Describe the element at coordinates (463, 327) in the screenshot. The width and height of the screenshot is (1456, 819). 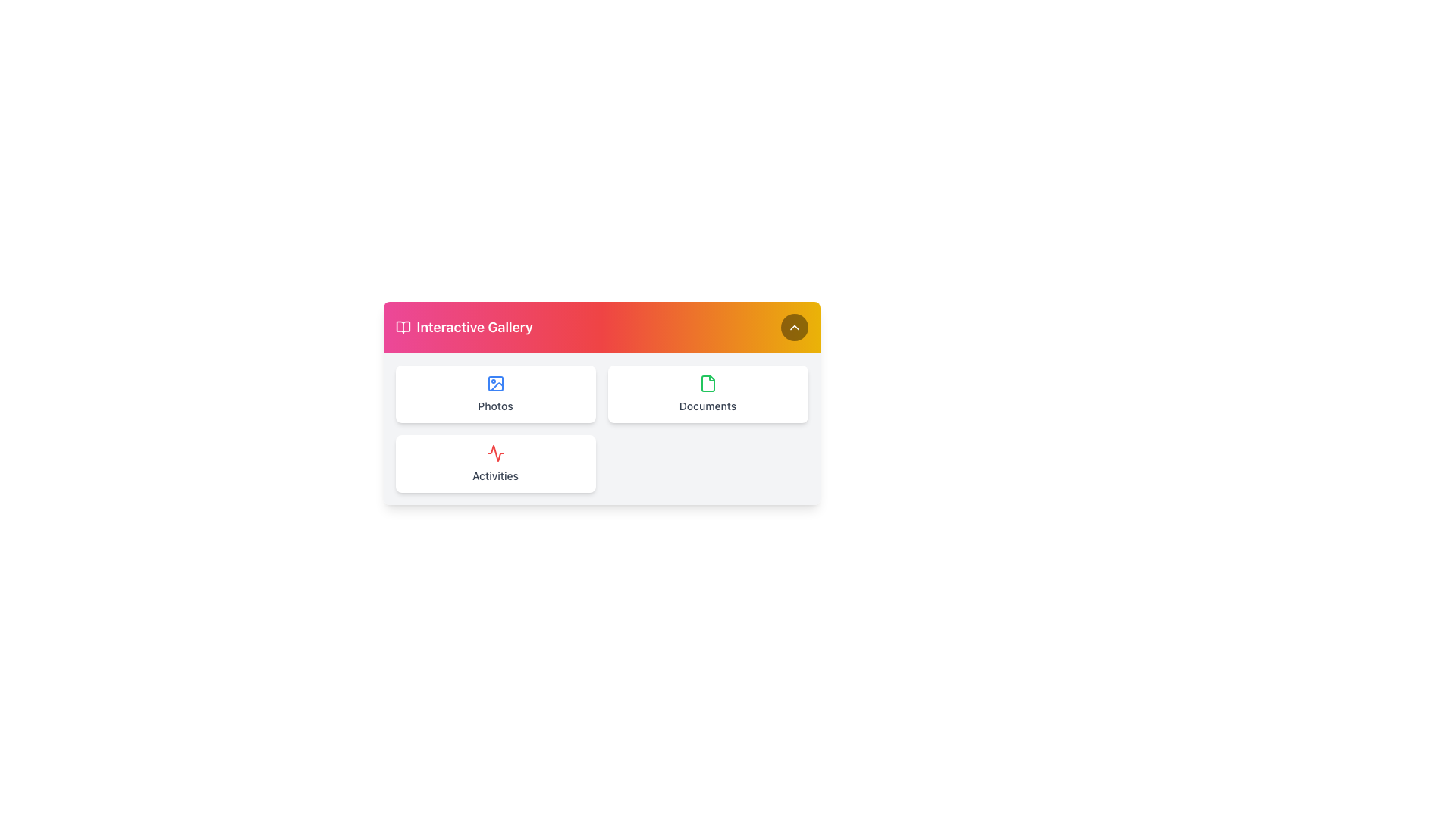
I see `the Header with Icon and Label indicating 'Interactive Gallery' located at the top-left corner of the card` at that location.